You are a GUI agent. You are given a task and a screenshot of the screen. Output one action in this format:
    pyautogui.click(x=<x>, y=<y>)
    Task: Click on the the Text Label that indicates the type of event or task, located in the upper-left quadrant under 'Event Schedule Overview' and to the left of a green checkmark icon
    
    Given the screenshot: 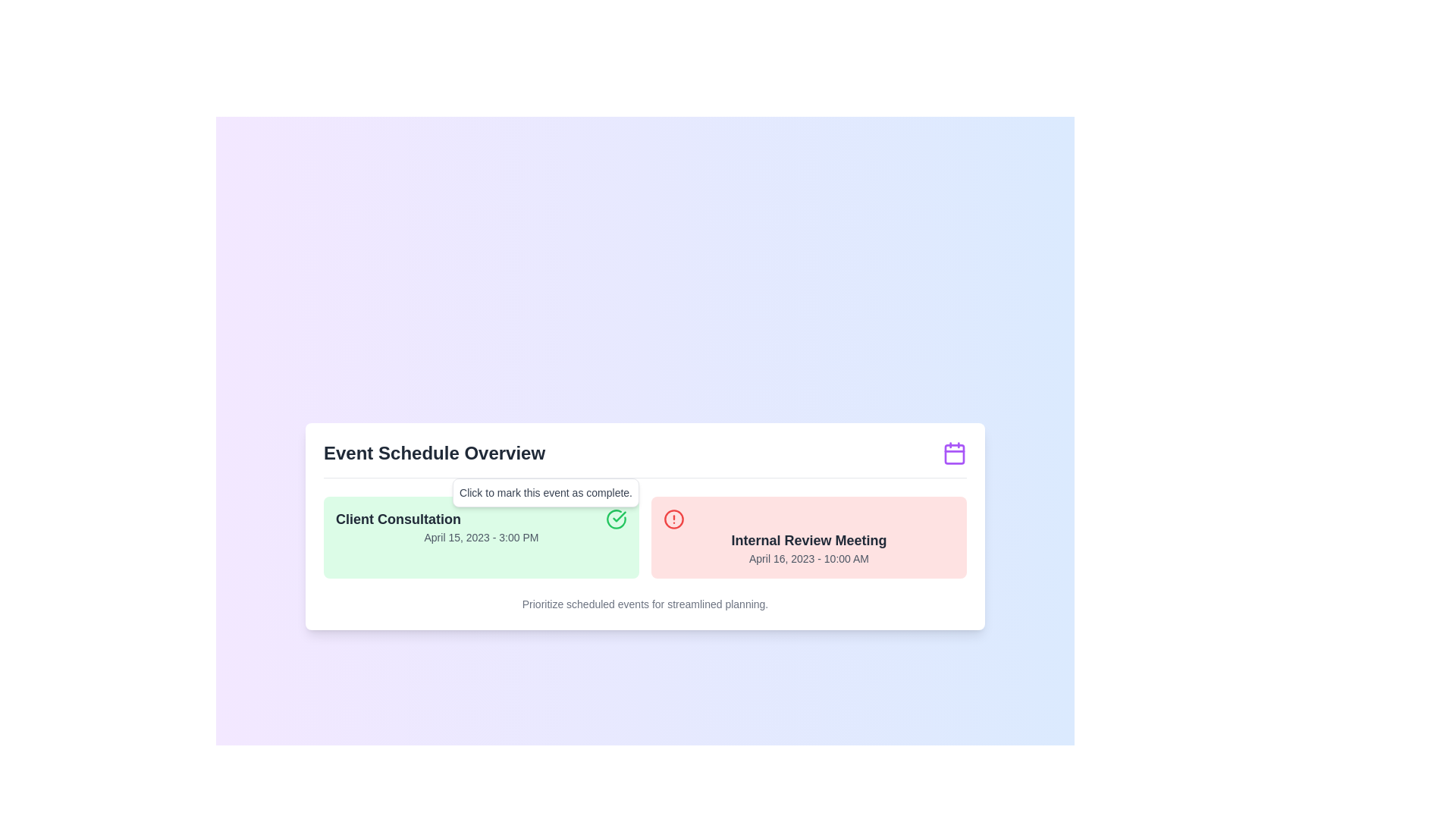 What is the action you would take?
    pyautogui.click(x=398, y=518)
    